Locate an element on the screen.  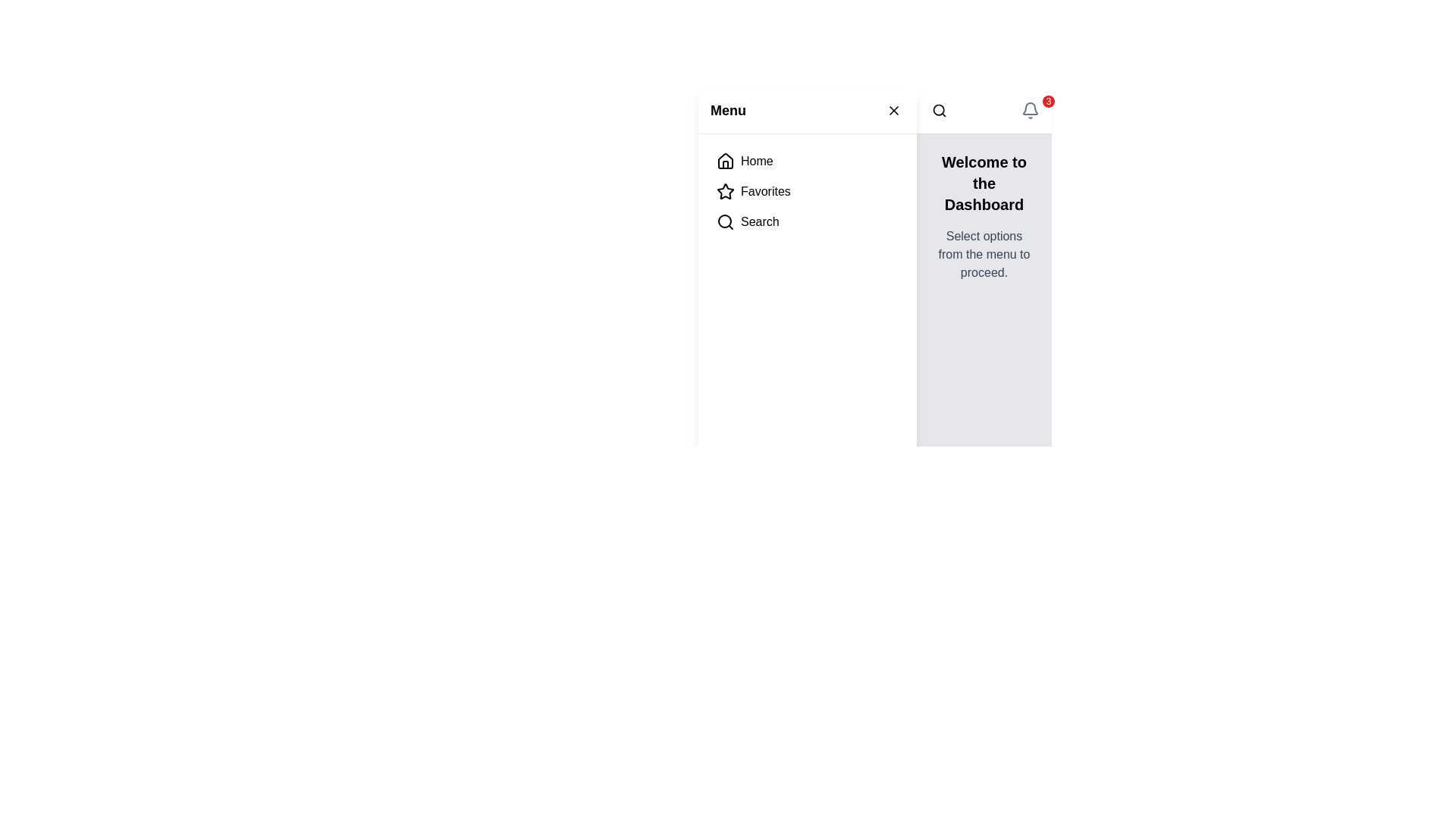
the static text element that presents a welcome and instructional message for the application dashboard, located in the central column of the layout, directly to the right of the vertical menu bar is located at coordinates (984, 216).